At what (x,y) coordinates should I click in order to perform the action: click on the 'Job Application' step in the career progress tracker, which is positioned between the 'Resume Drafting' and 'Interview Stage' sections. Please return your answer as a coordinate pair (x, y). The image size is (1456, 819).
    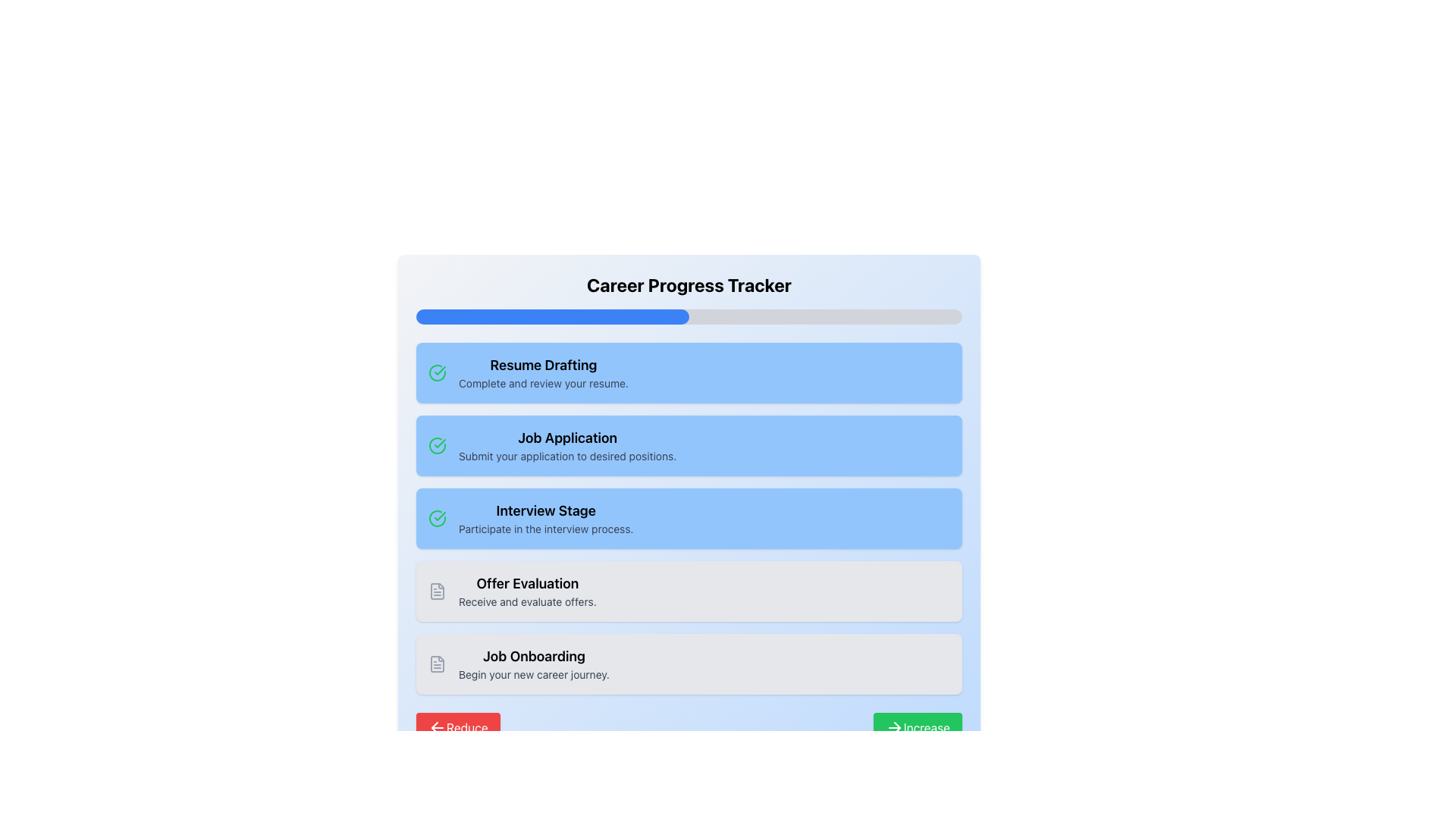
    Looking at the image, I should click on (566, 444).